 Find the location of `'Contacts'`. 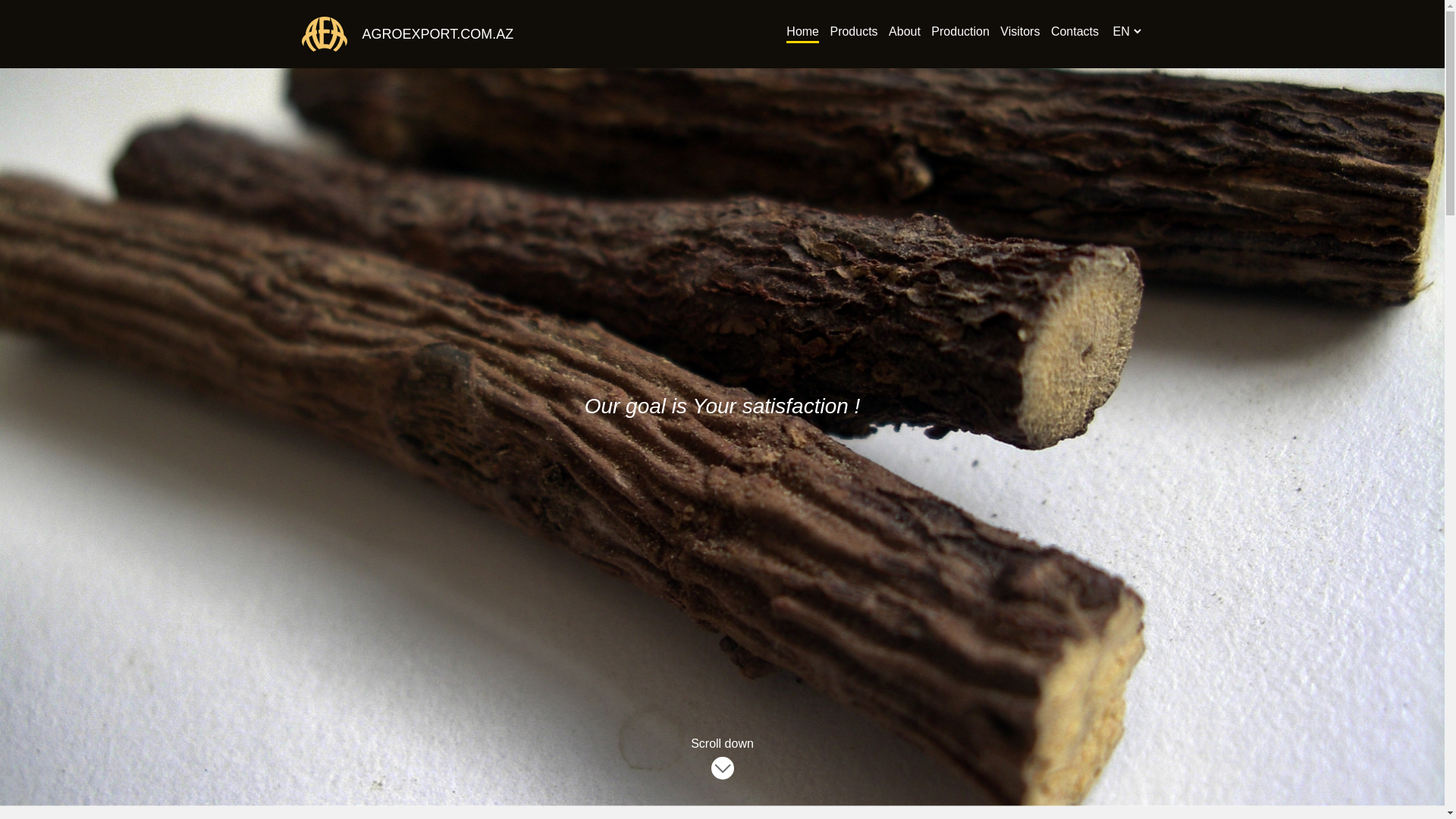

'Contacts' is located at coordinates (1074, 33).